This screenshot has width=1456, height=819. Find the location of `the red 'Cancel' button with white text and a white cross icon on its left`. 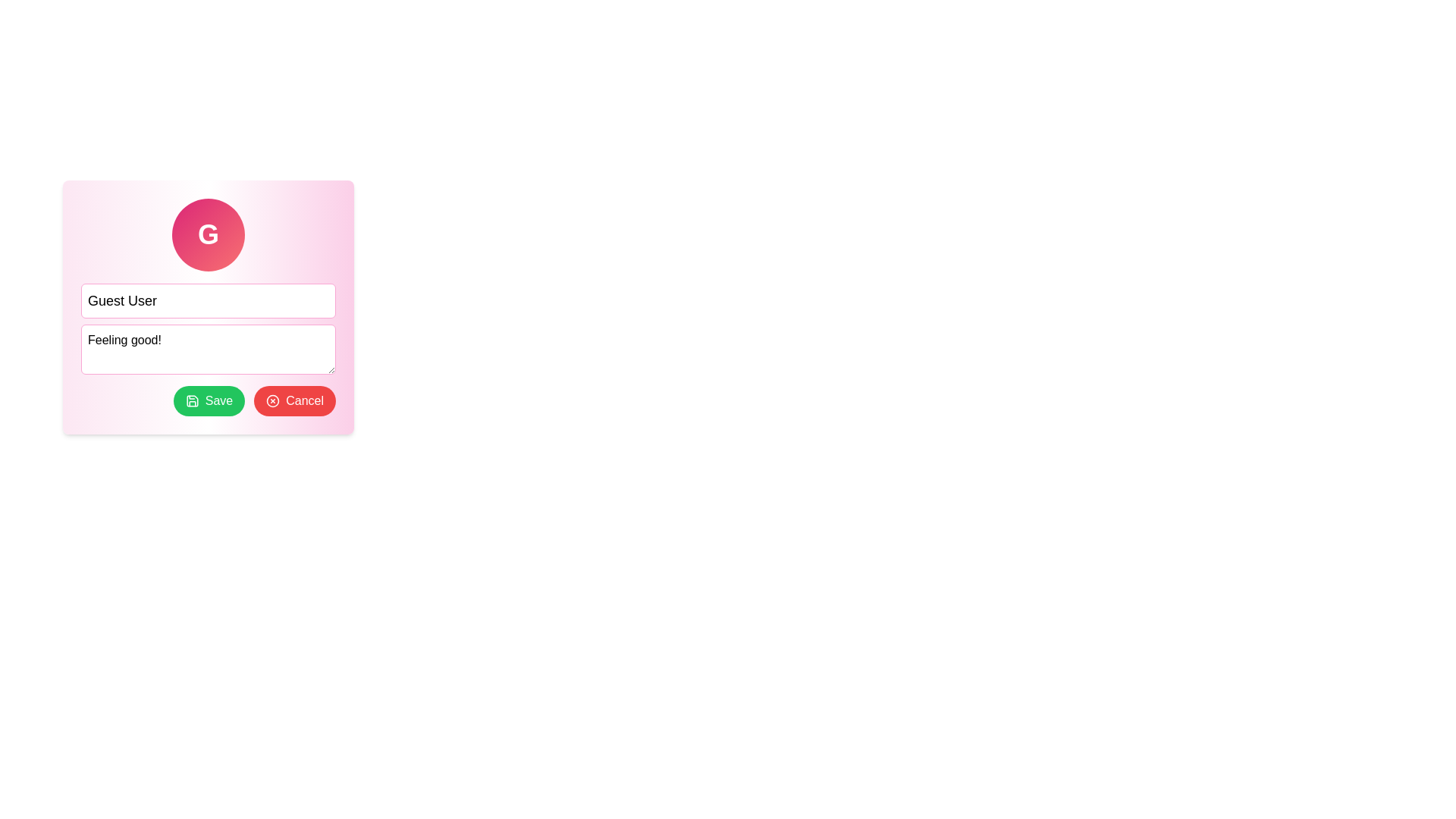

the red 'Cancel' button with white text and a white cross icon on its left is located at coordinates (304, 400).